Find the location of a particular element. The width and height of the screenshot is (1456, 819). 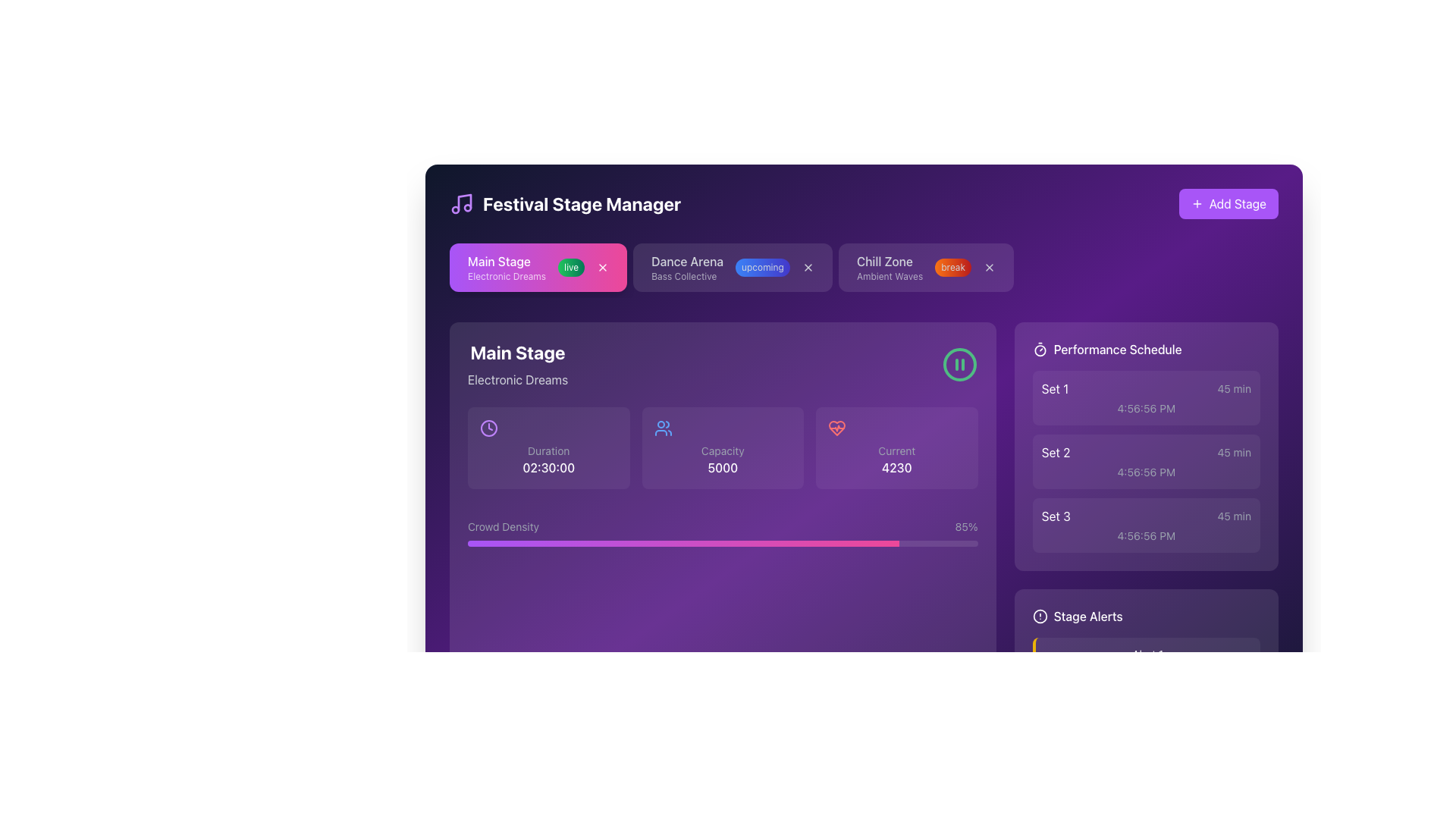

text label displaying 'Dance Arena', which is styled in white color on a dark purple background and is the second label in a horizontal group of stage labels is located at coordinates (686, 260).